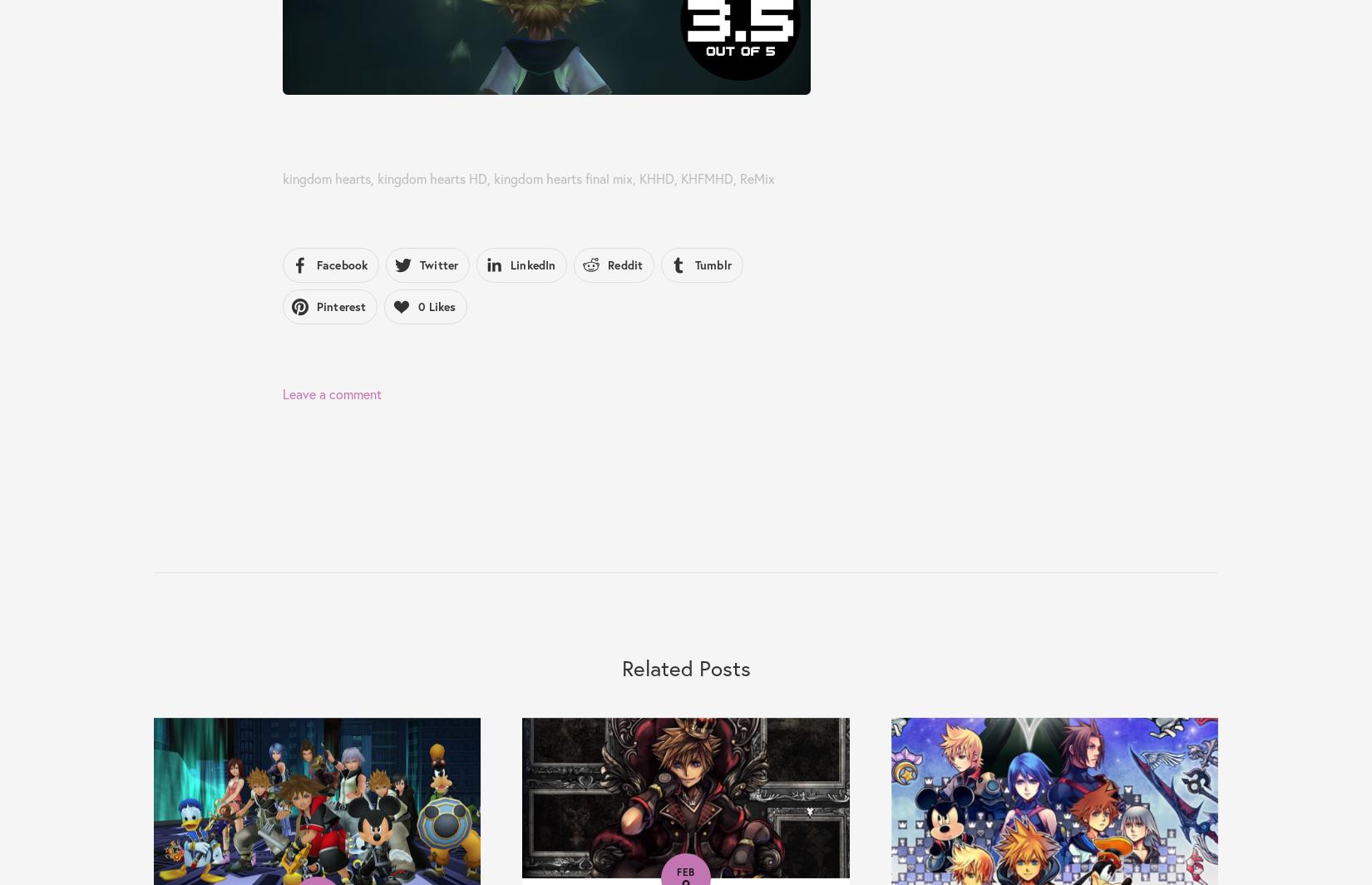 Image resolution: width=1372 pixels, height=885 pixels. What do you see at coordinates (675, 871) in the screenshot?
I see `'Feb'` at bounding box center [675, 871].